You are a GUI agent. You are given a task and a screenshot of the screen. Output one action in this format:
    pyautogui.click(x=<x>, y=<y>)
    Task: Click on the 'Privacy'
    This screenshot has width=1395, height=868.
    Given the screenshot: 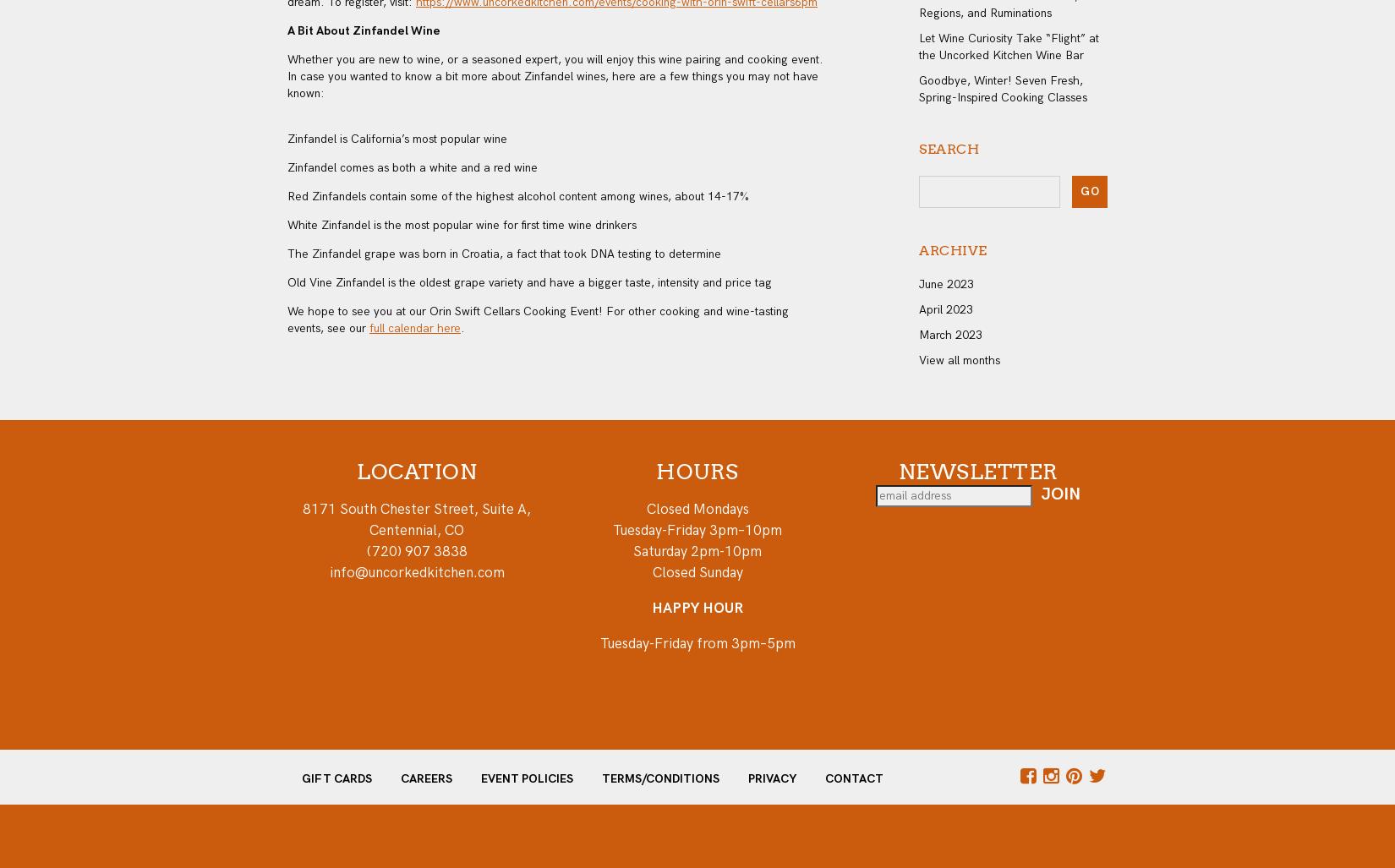 What is the action you would take?
    pyautogui.click(x=771, y=778)
    